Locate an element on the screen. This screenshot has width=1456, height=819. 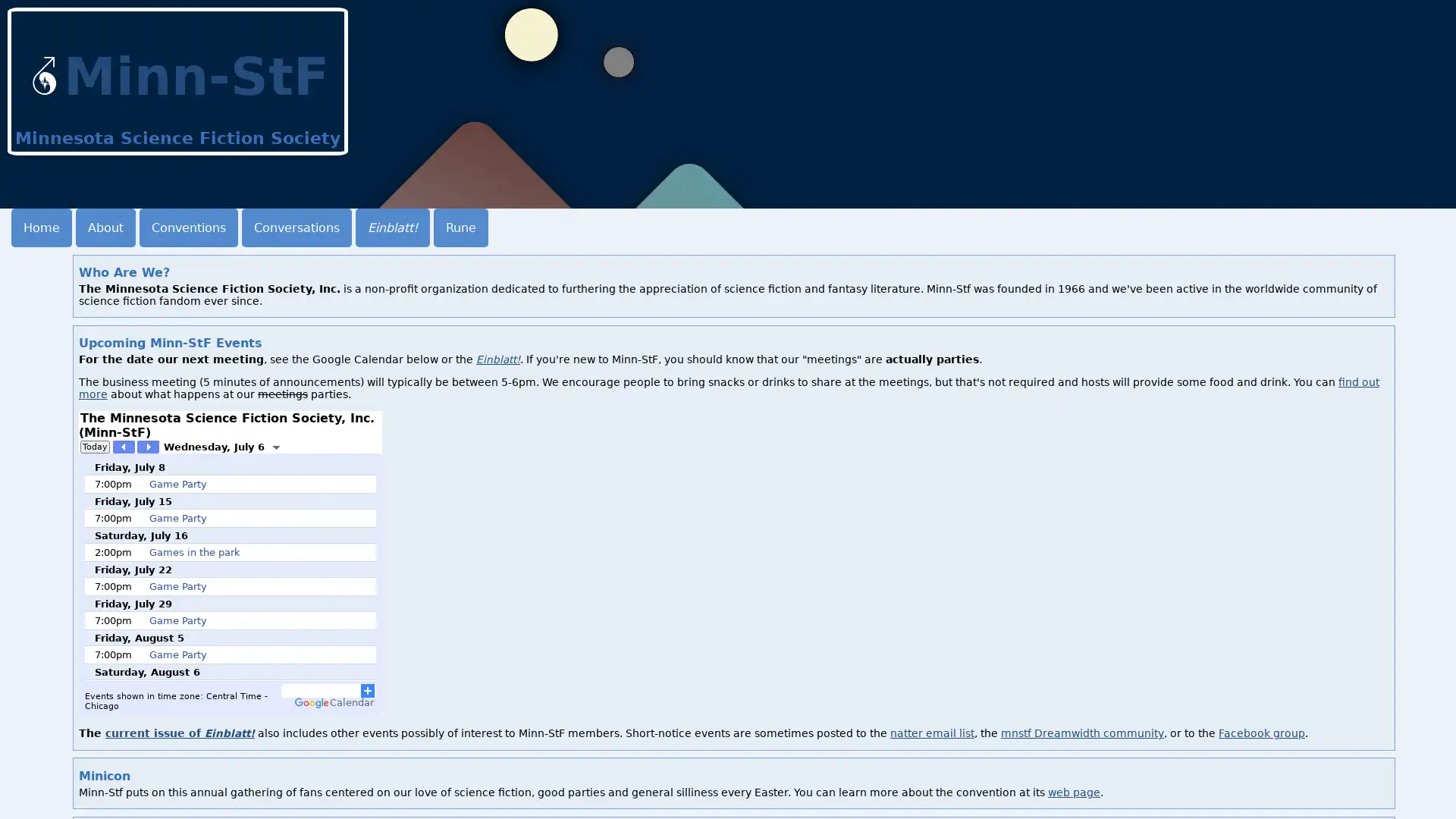
About is located at coordinates (105, 227).